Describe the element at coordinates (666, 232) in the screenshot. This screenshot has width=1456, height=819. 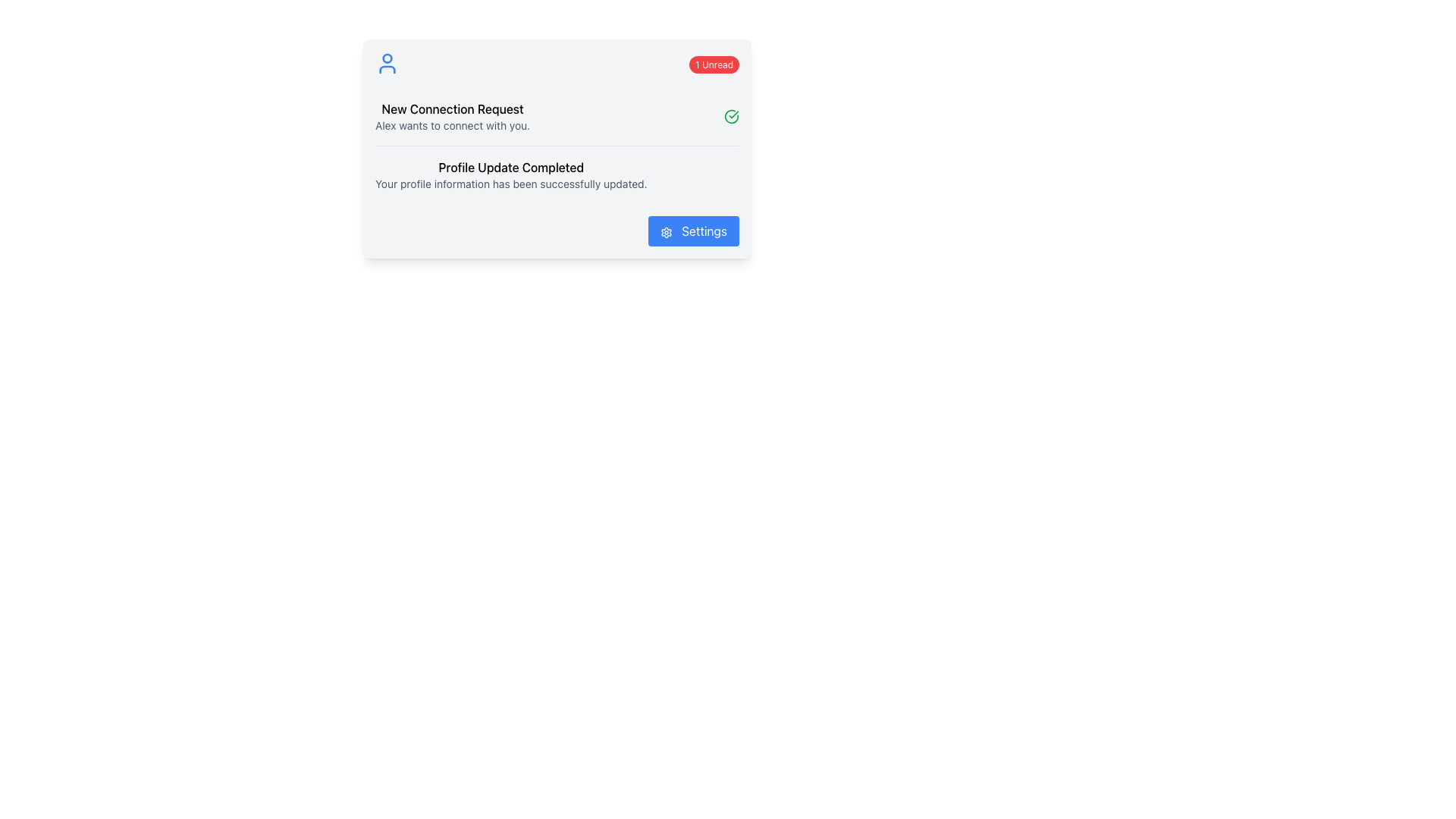
I see `the SVG Icon that visually represents settings, located to the left of the 'Settings' label on the blue button in the bottom-right part of the notification card` at that location.